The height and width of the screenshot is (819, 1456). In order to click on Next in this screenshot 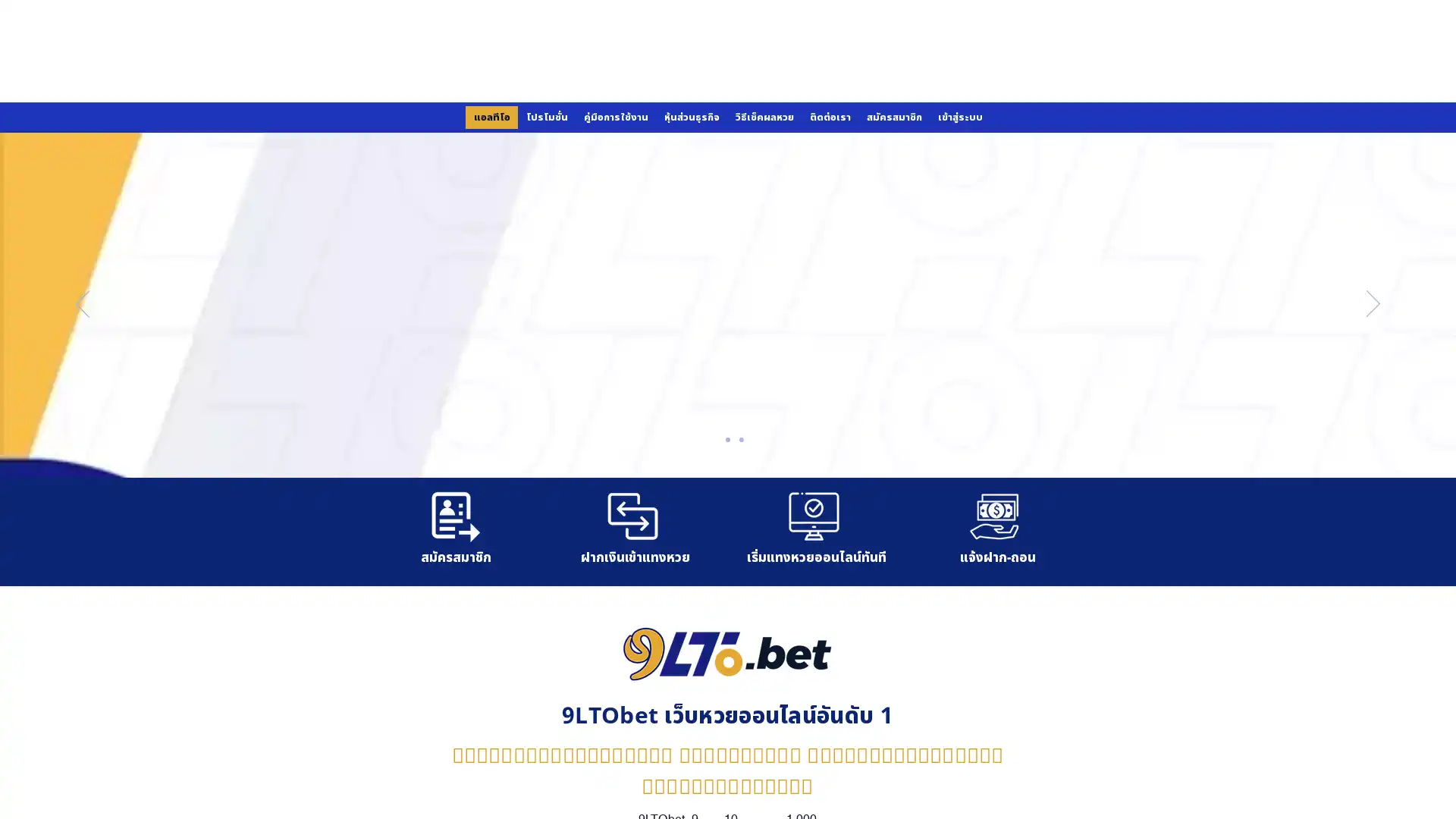, I will do `click(1373, 304)`.